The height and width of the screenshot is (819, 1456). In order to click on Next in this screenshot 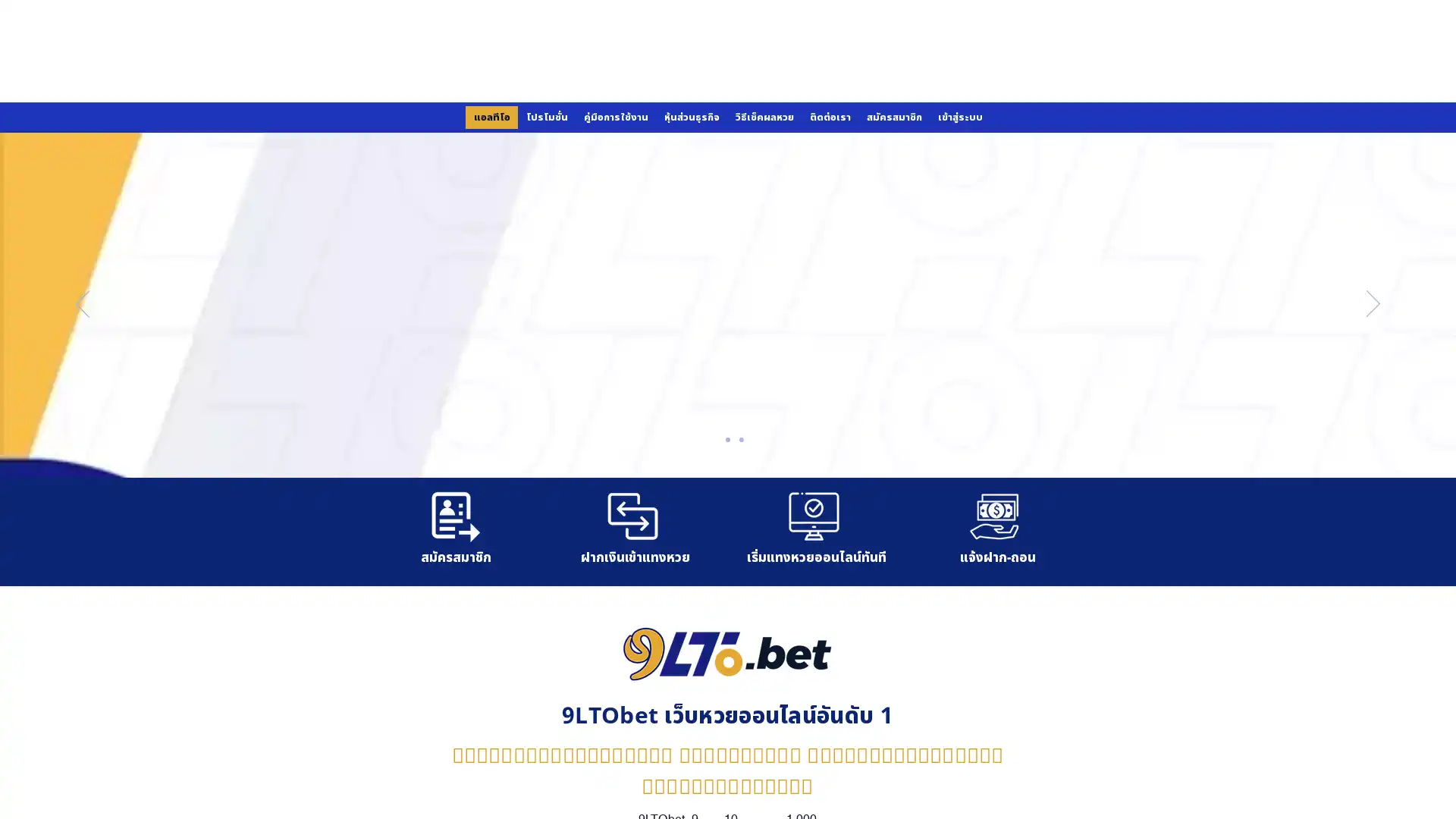, I will do `click(1373, 304)`.